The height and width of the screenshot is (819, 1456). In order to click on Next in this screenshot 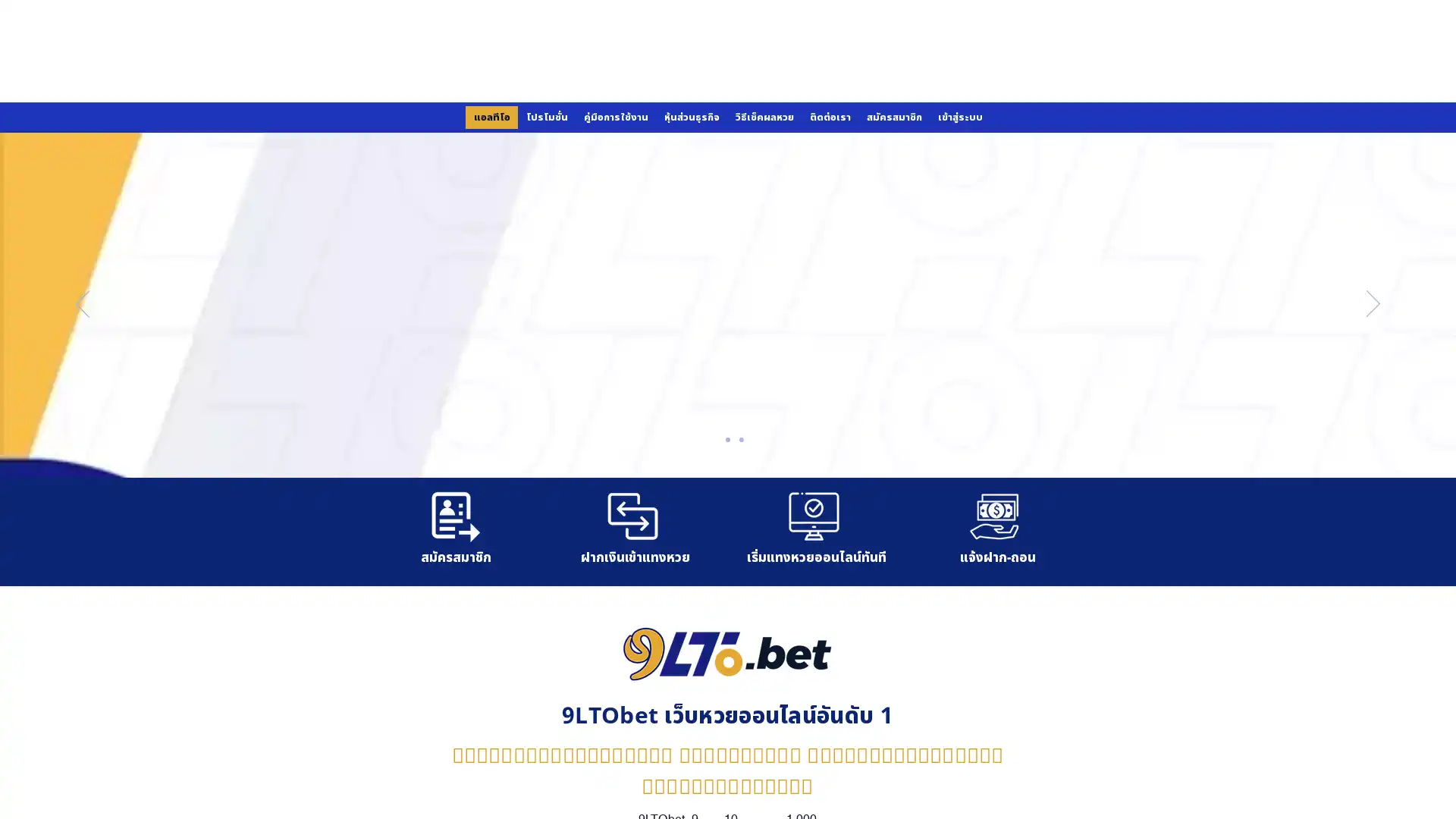, I will do `click(1373, 304)`.